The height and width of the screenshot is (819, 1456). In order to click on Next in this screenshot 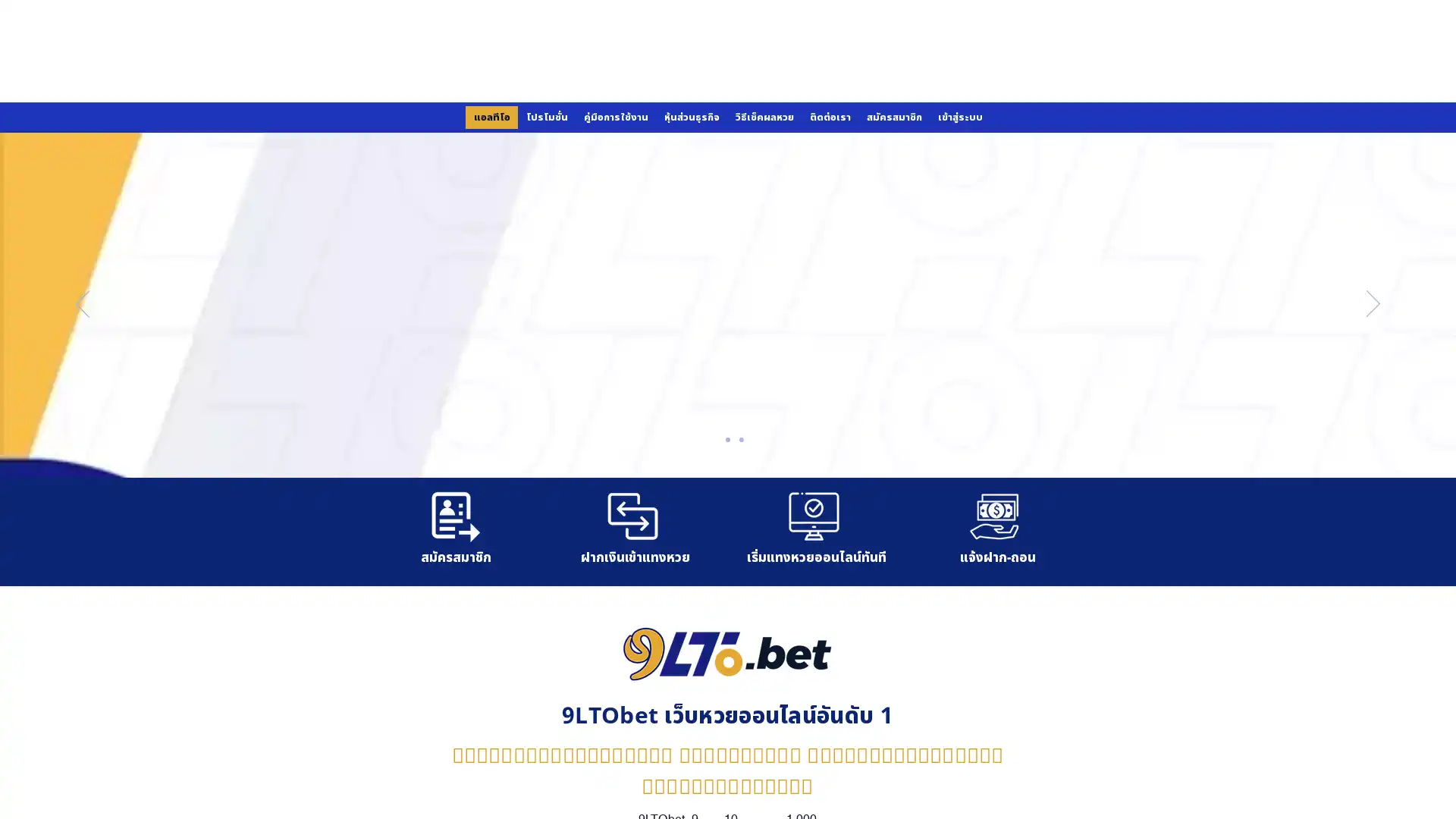, I will do `click(1373, 304)`.